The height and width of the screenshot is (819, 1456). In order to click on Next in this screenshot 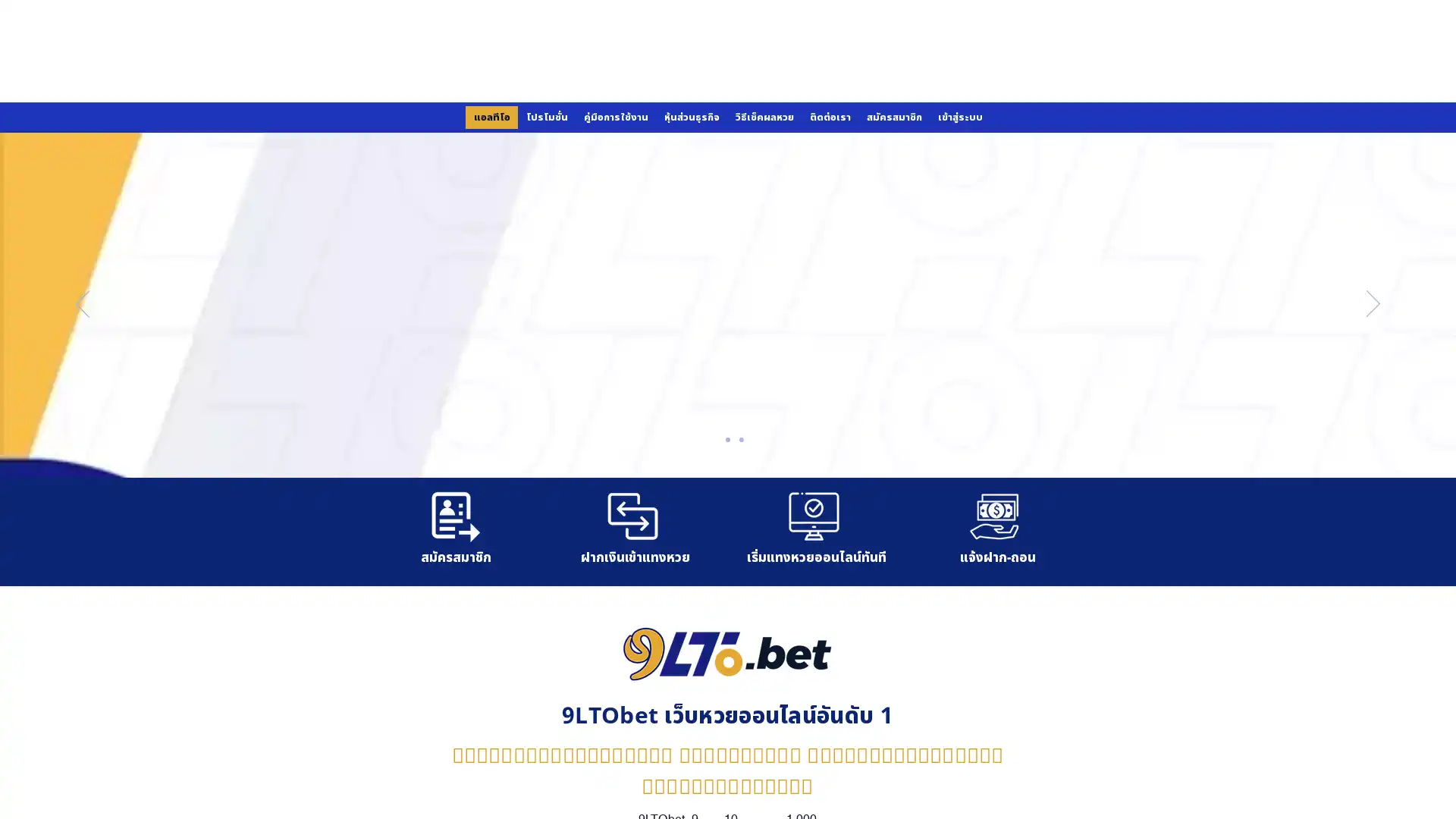, I will do `click(1373, 304)`.